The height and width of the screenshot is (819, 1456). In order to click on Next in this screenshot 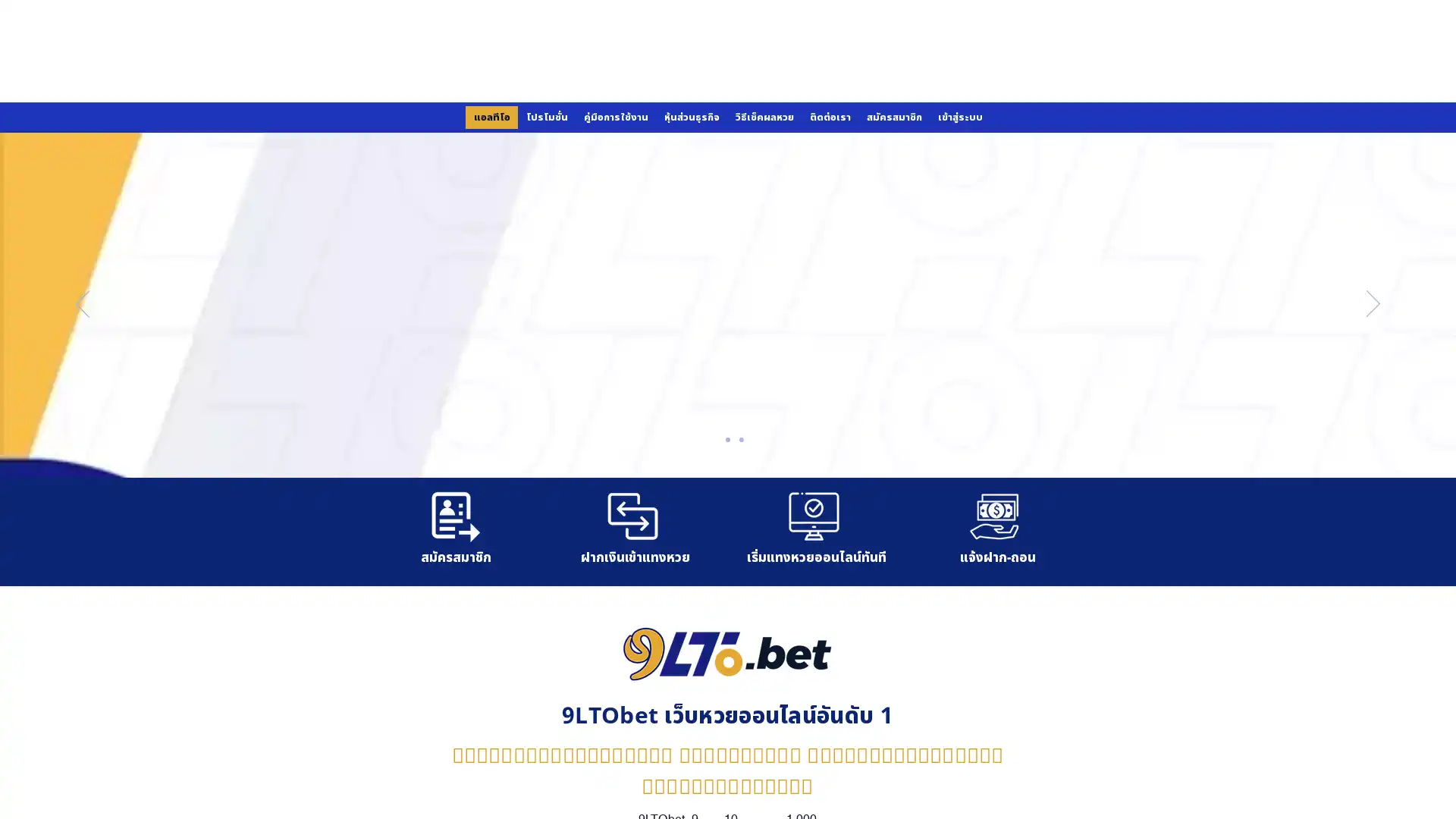, I will do `click(1373, 304)`.